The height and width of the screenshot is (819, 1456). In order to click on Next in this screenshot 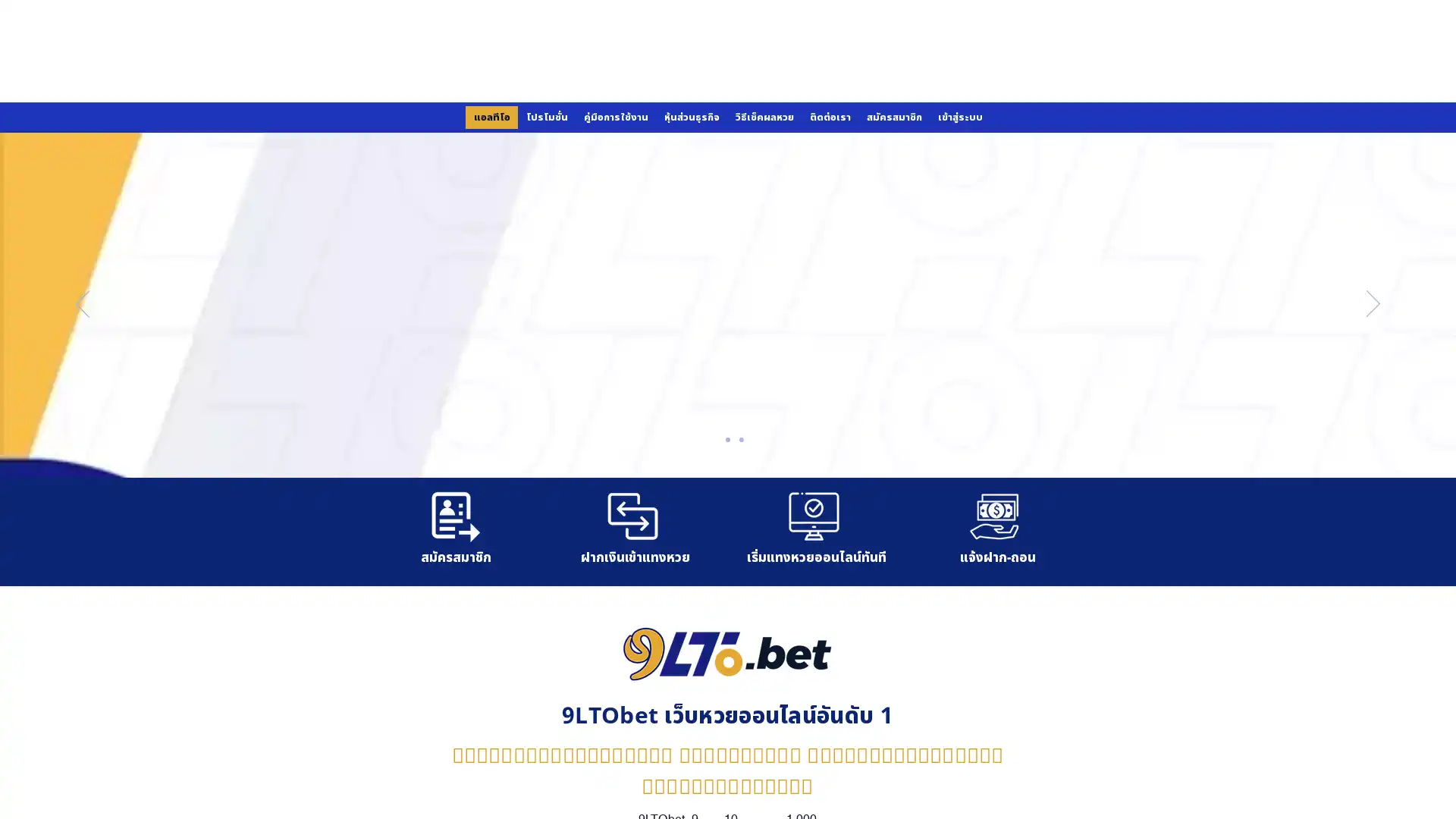, I will do `click(1373, 304)`.